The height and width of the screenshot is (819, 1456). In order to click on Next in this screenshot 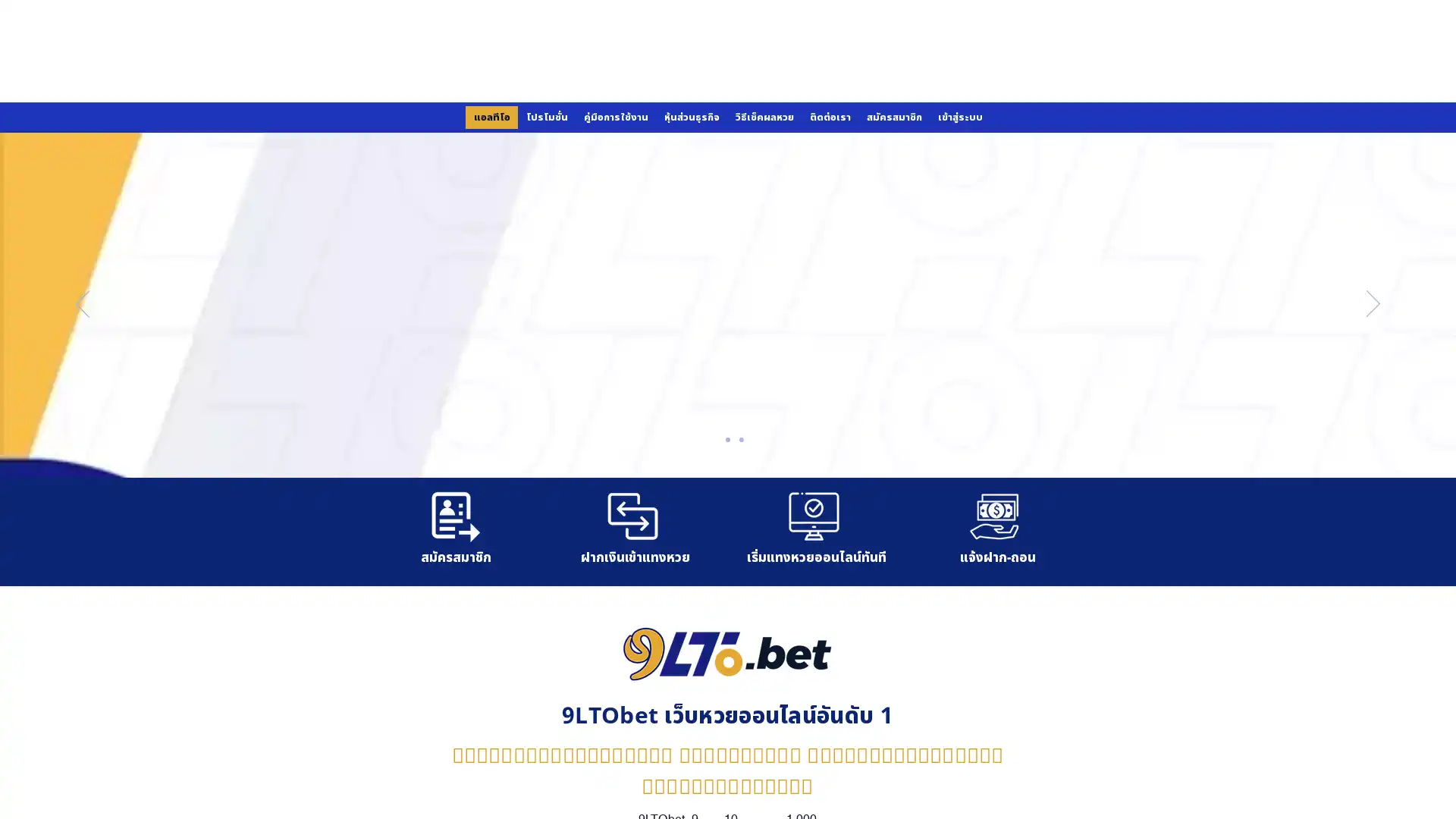, I will do `click(1373, 304)`.